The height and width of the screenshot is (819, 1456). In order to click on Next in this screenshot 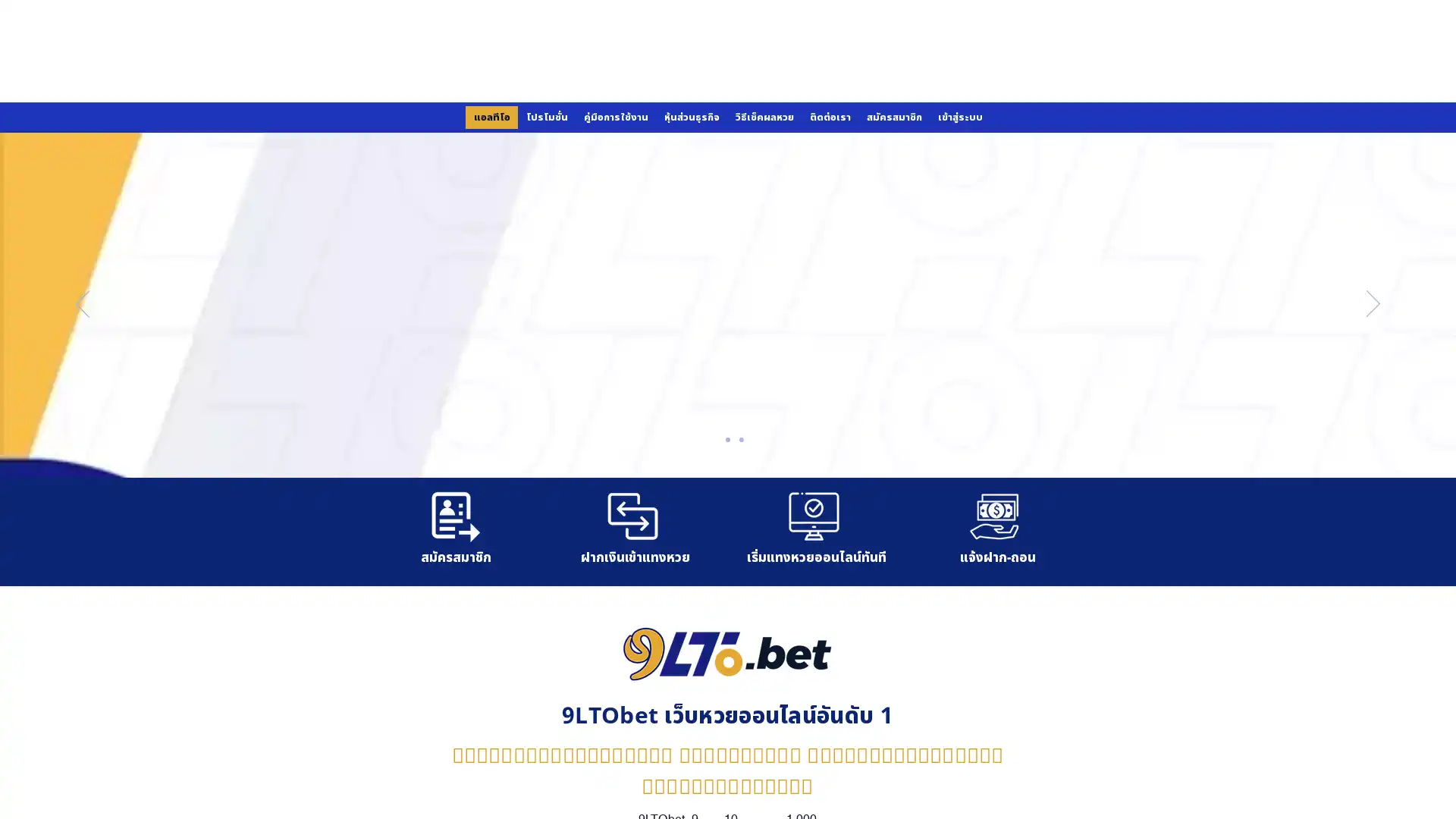, I will do `click(1373, 304)`.